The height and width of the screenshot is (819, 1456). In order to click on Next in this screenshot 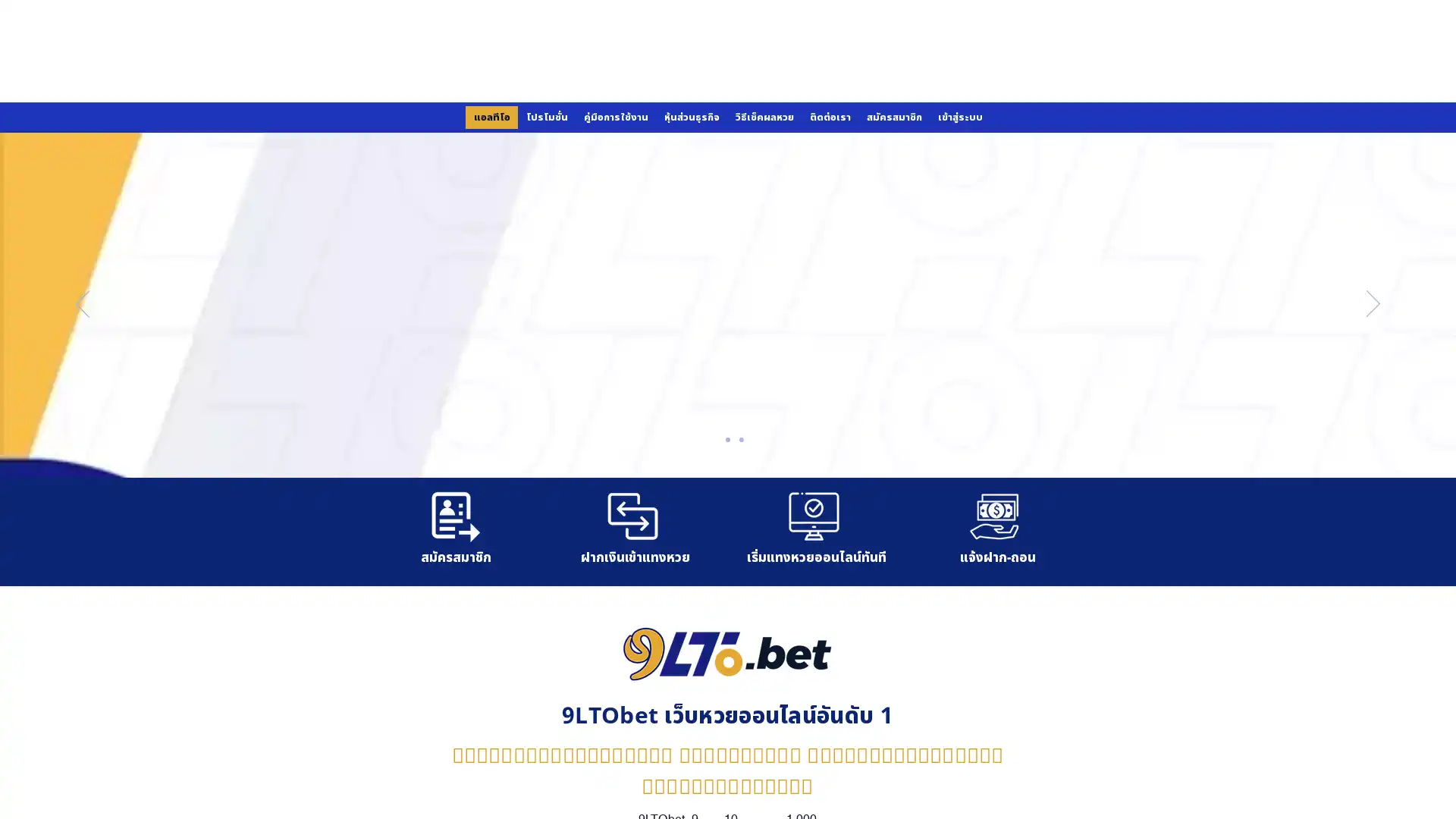, I will do `click(1373, 304)`.